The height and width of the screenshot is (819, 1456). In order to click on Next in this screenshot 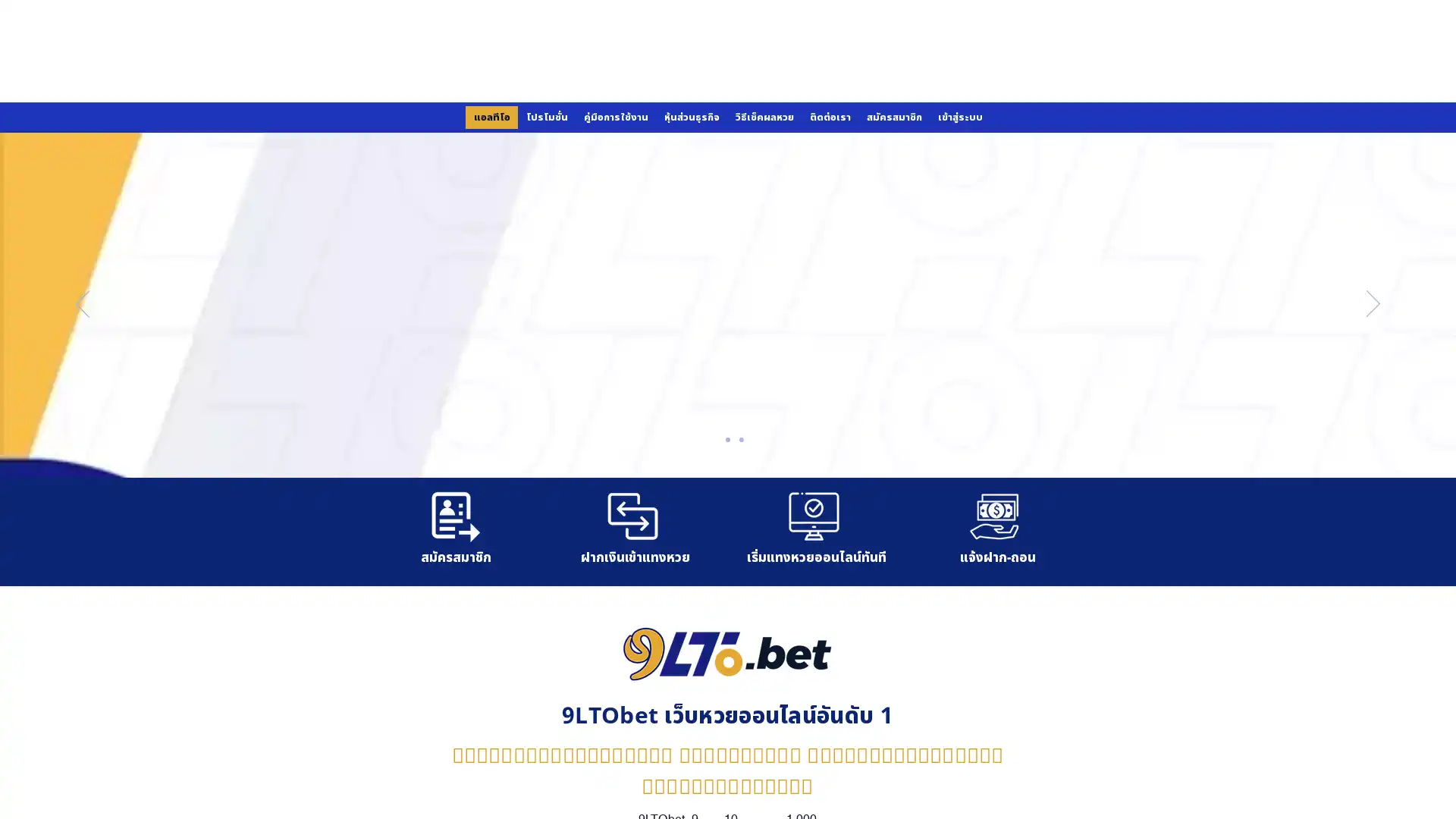, I will do `click(1373, 304)`.